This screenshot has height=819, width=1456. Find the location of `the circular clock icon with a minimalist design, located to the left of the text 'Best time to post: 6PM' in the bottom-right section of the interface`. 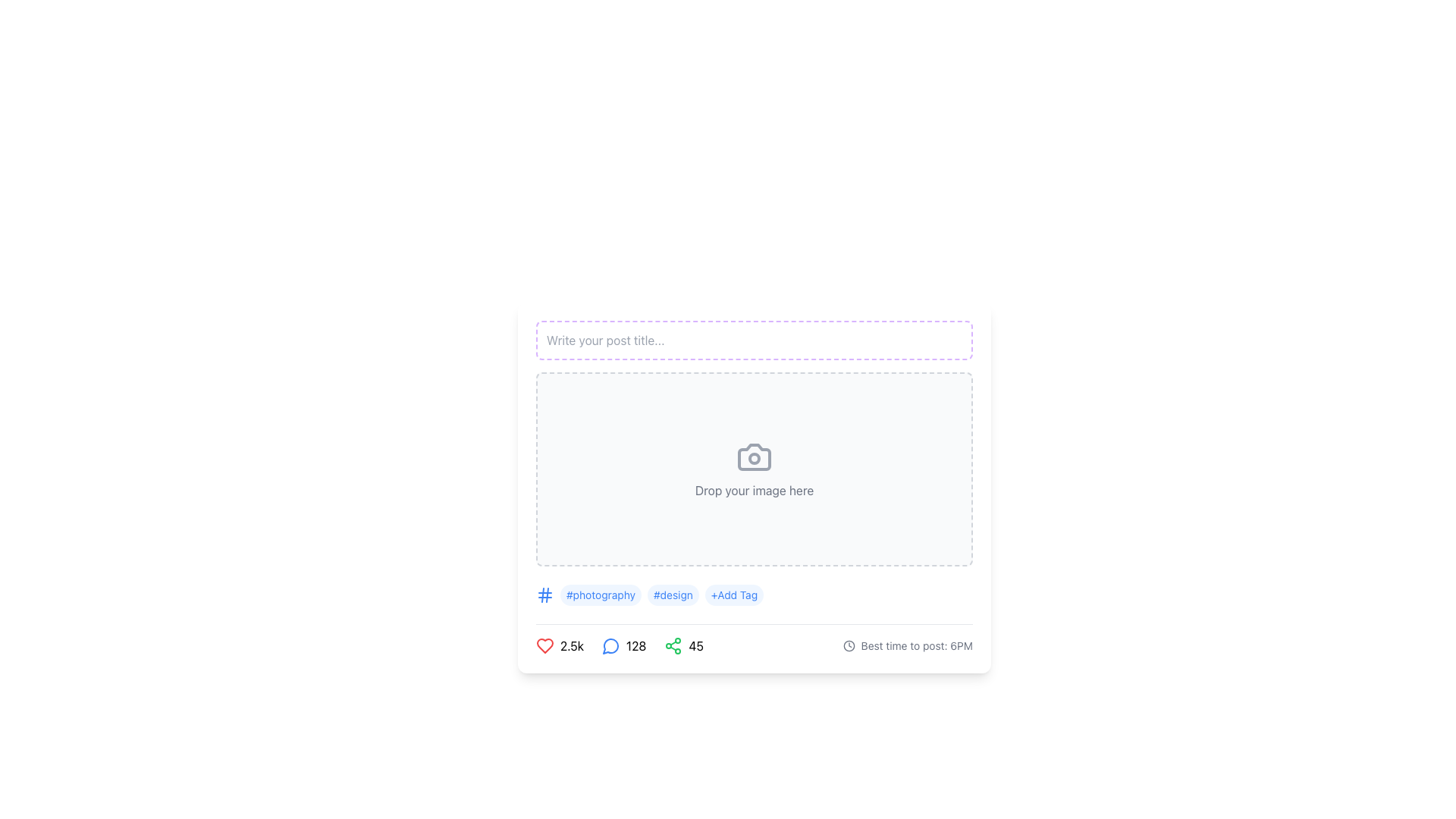

the circular clock icon with a minimalist design, located to the left of the text 'Best time to post: 6PM' in the bottom-right section of the interface is located at coordinates (848, 646).